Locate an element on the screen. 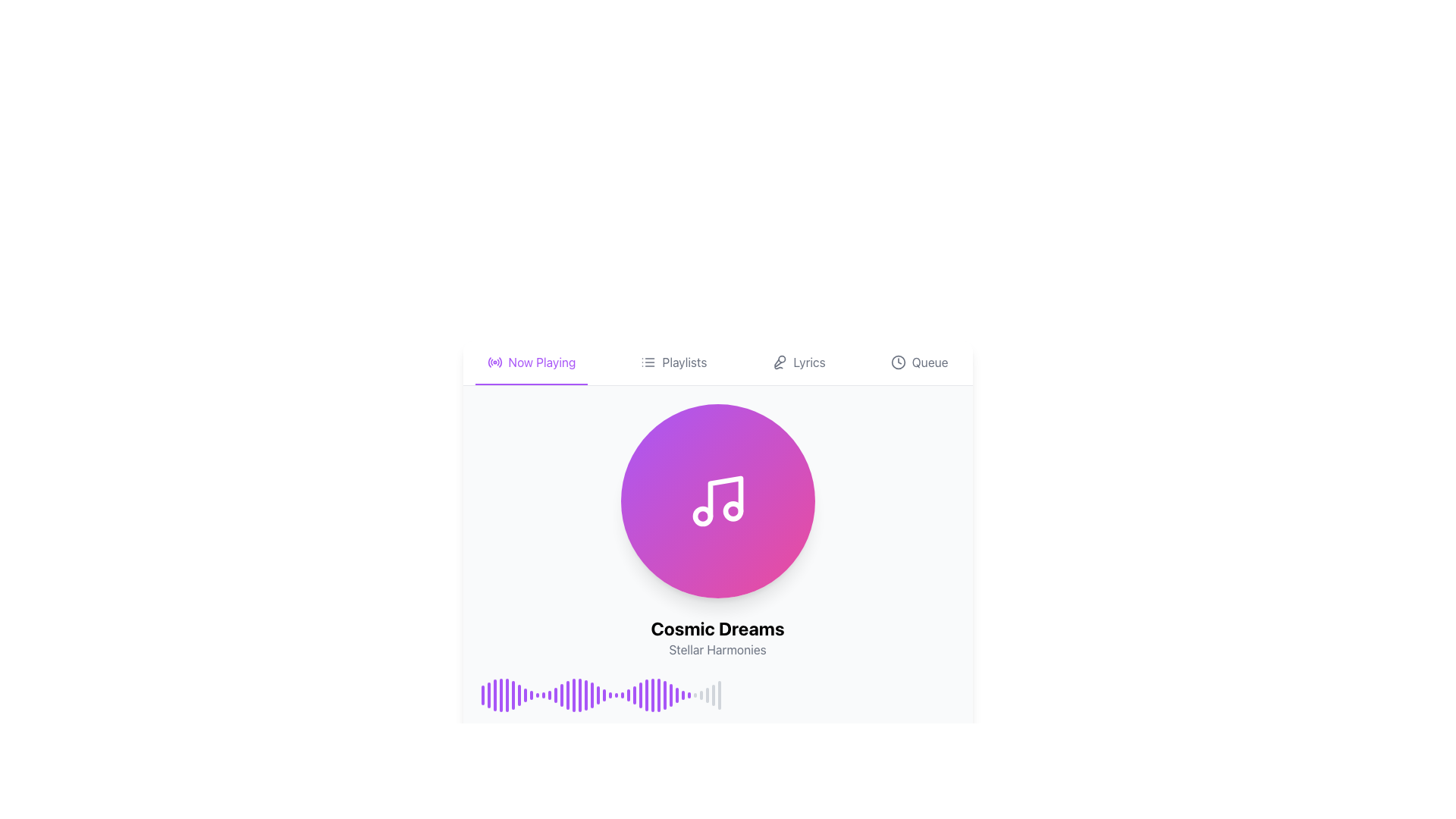  the fifth waveform bar representing the audio visualization below the central music icon and title is located at coordinates (507, 695).